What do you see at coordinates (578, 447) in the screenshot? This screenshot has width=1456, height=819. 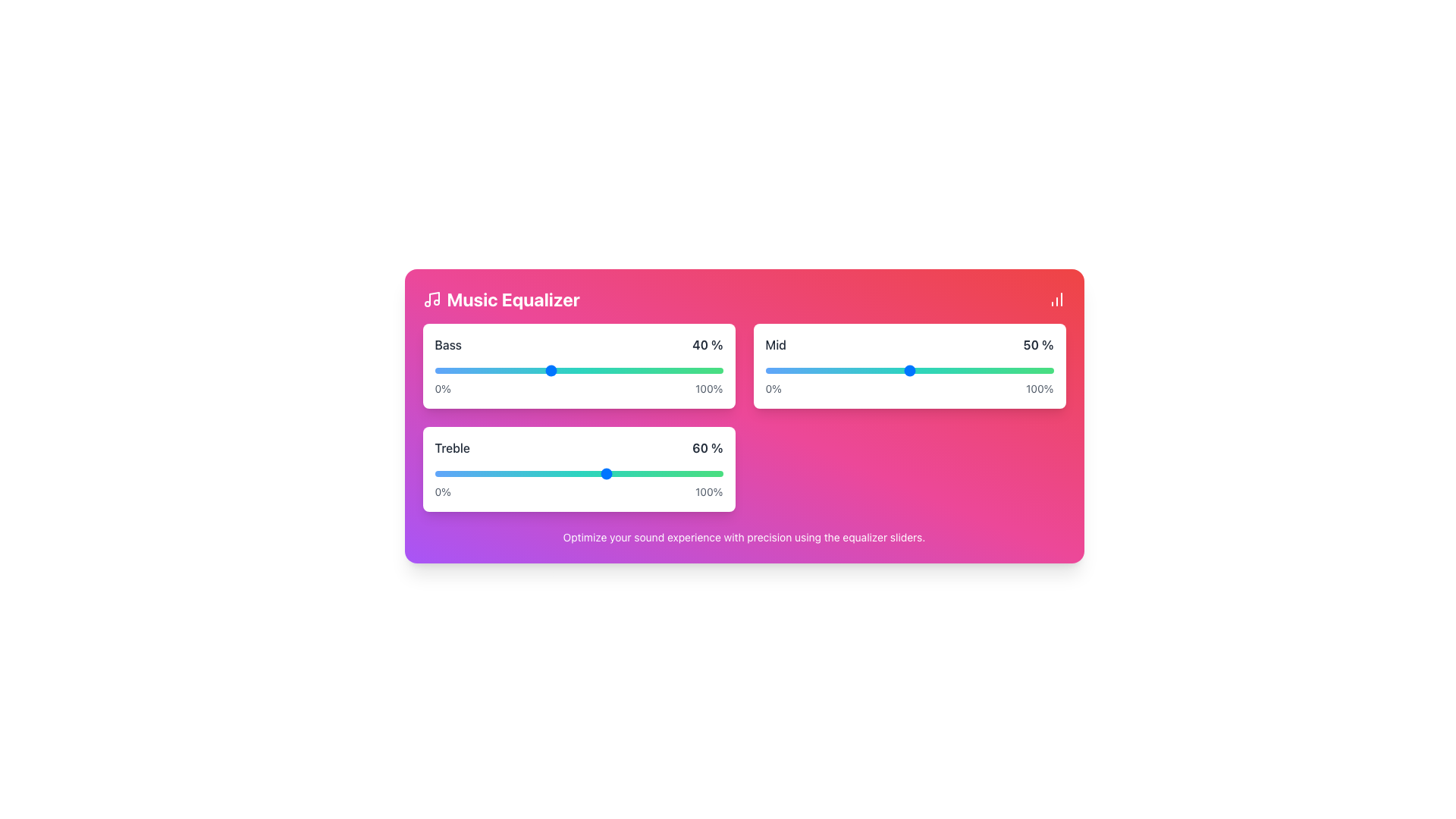 I see `displayed information from the Label element showing 'Treble 60%' in the music equalizer interface, positioned above the gradient-colored slider bar` at bounding box center [578, 447].